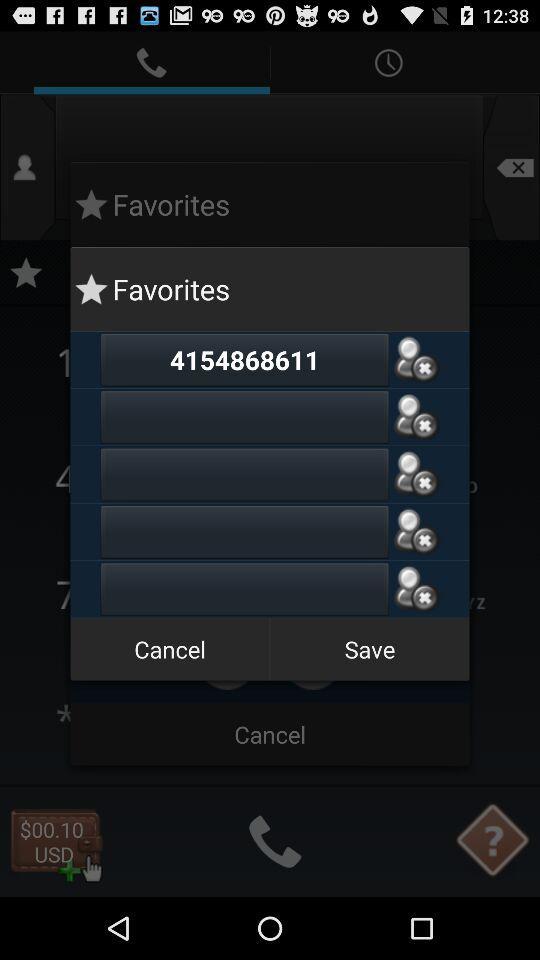 The image size is (540, 960). I want to click on edit fourth favorite, so click(244, 530).